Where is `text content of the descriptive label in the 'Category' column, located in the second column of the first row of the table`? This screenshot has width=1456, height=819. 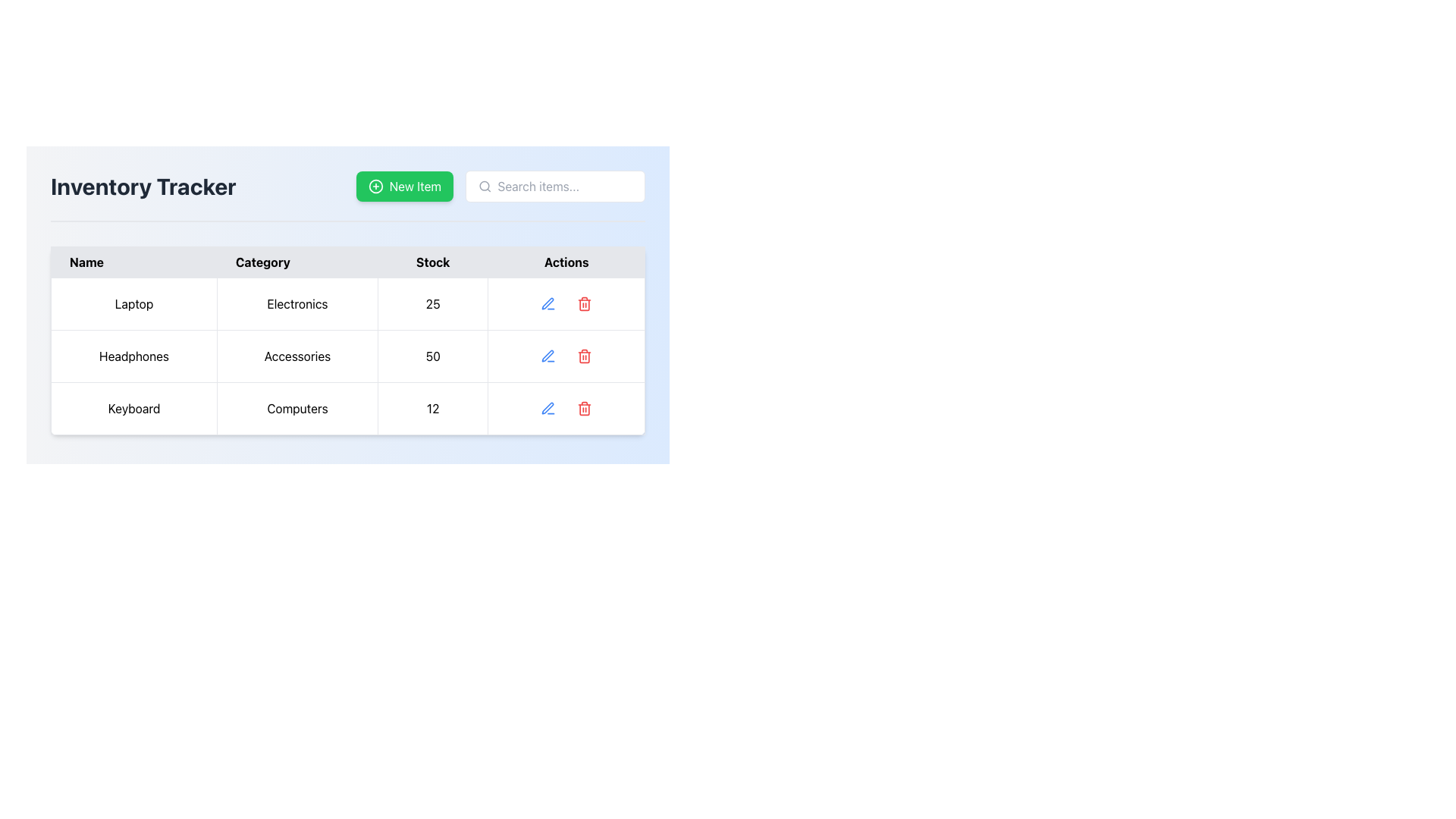
text content of the descriptive label in the 'Category' column, located in the second column of the first row of the table is located at coordinates (297, 304).